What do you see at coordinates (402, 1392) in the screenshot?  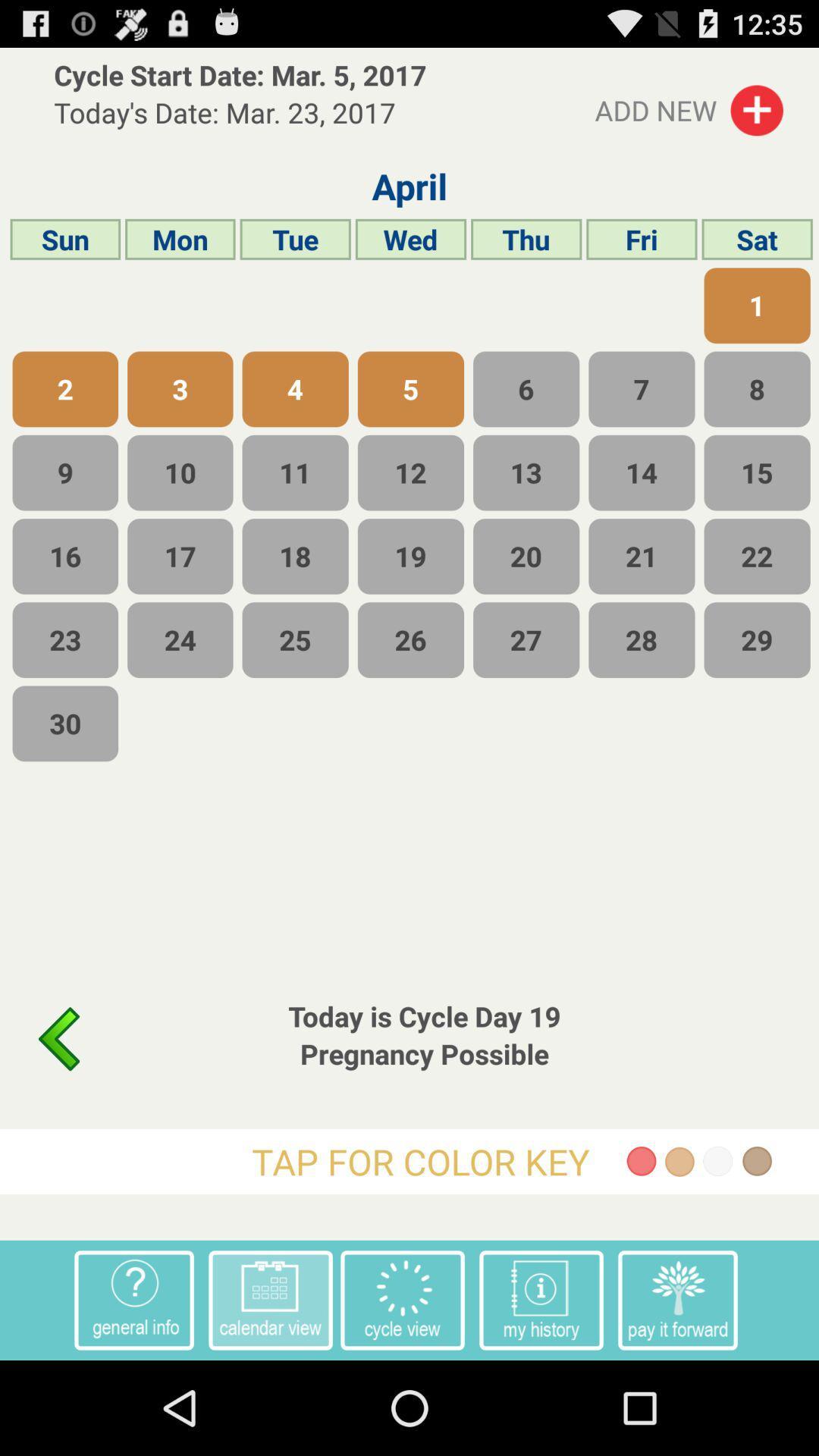 I see `the settings icon` at bounding box center [402, 1392].